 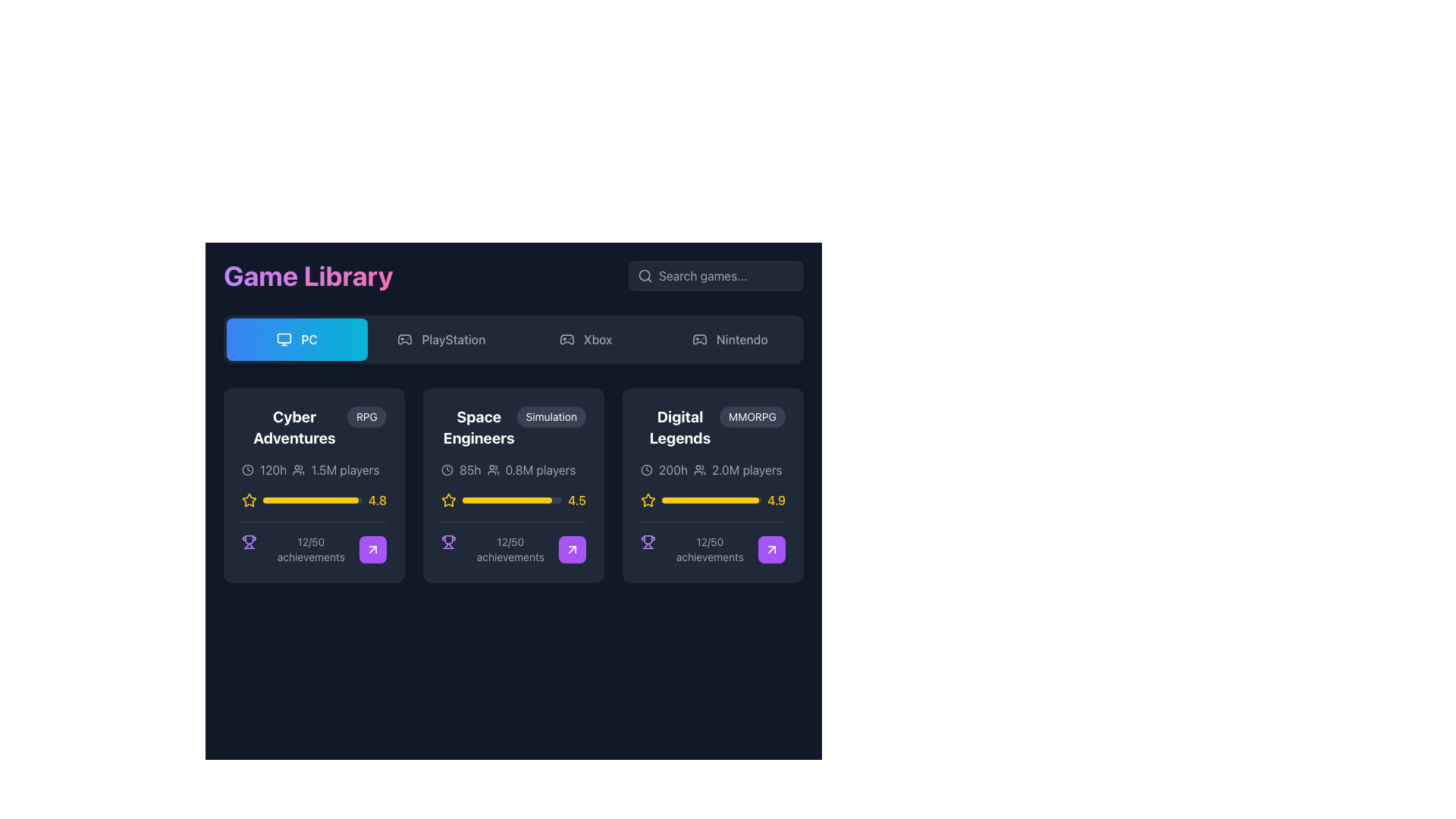 What do you see at coordinates (447, 541) in the screenshot?
I see `the purple trophy icon located to the left of the '12/50 achievements' text in the 'Space Engineers' card` at bounding box center [447, 541].